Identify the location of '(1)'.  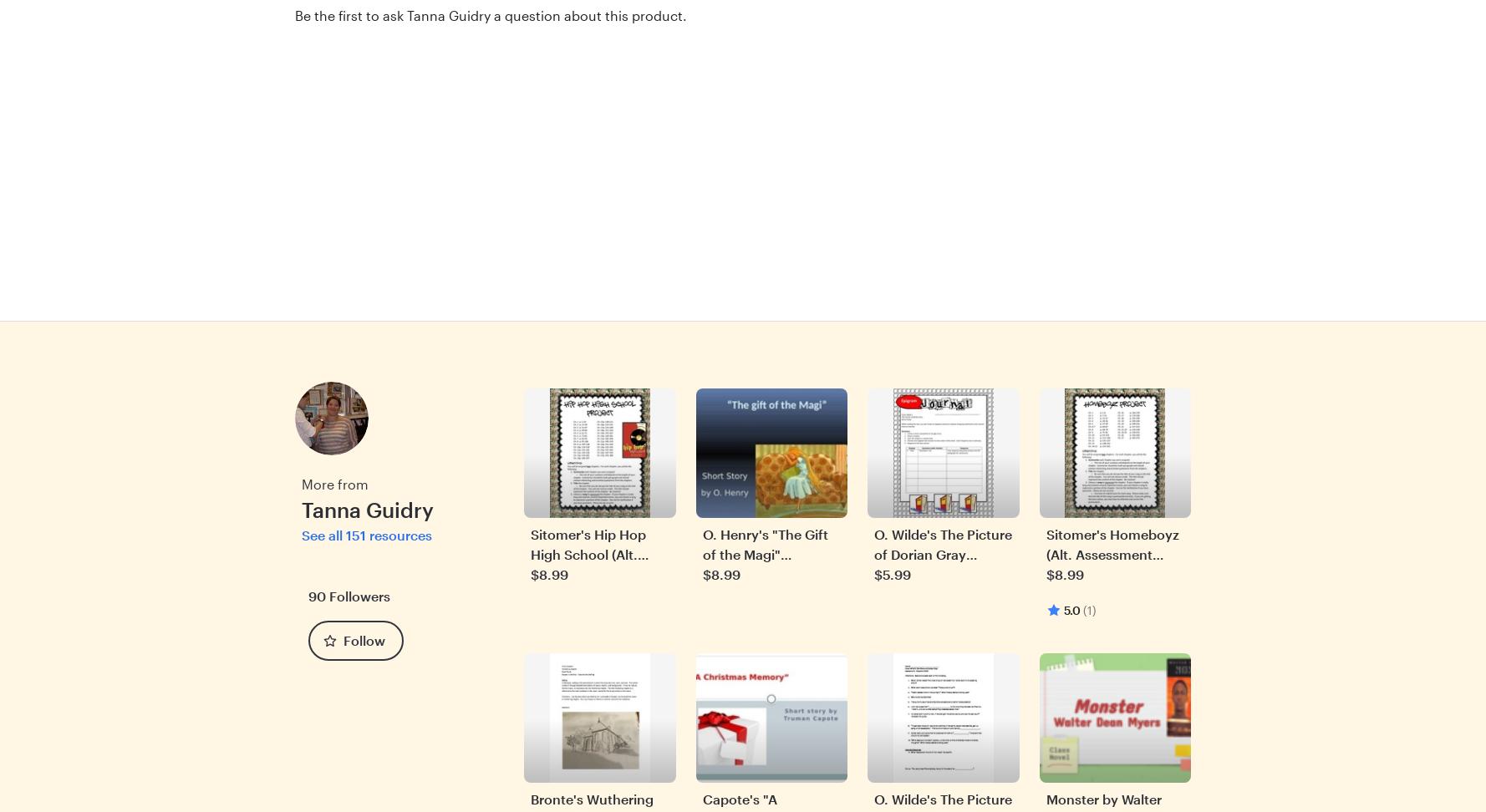
(1088, 609).